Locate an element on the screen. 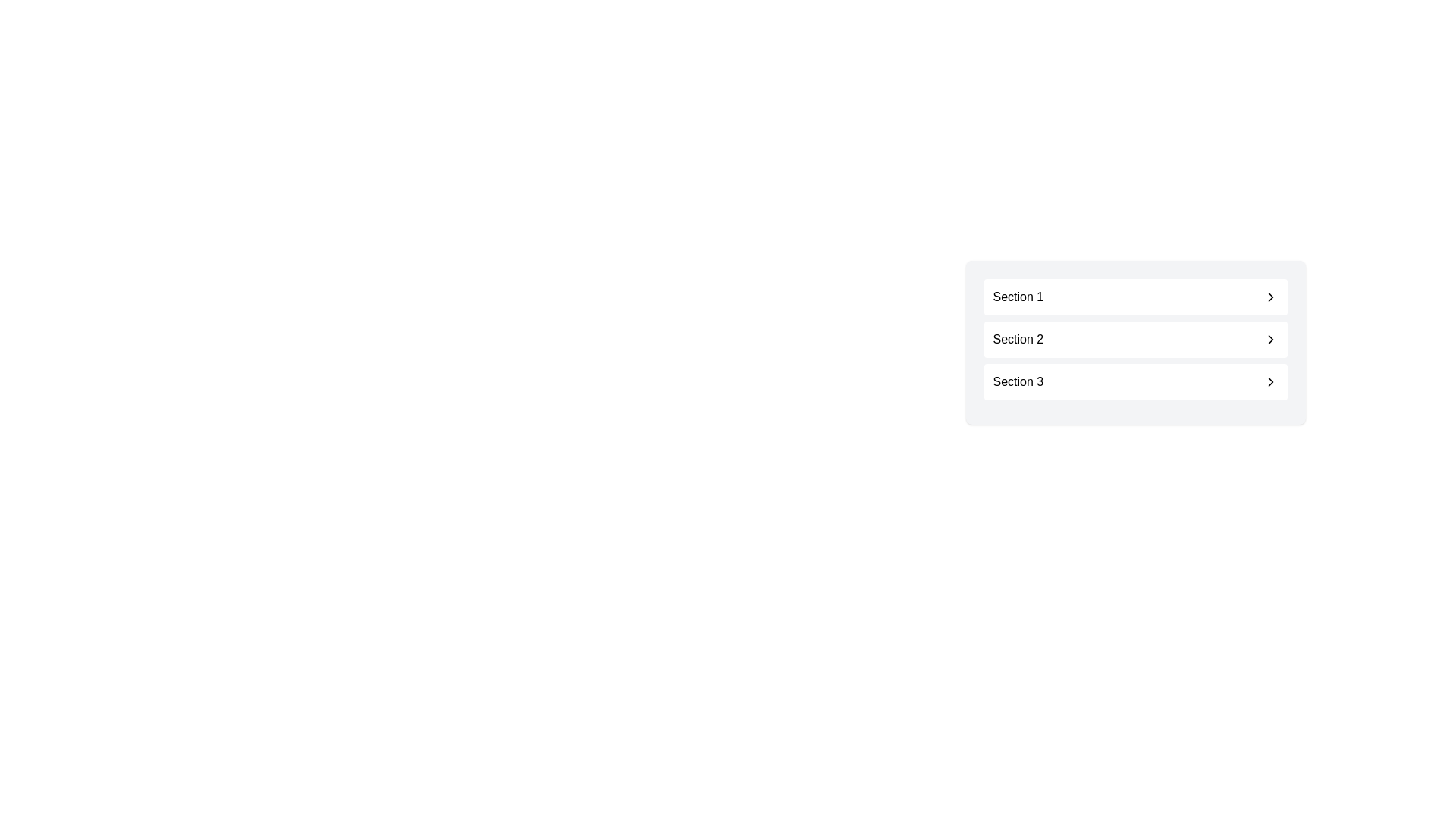  the rightward-pointing chevron icon located to the right of the text 'Section 3' in the list of sections is located at coordinates (1270, 381).